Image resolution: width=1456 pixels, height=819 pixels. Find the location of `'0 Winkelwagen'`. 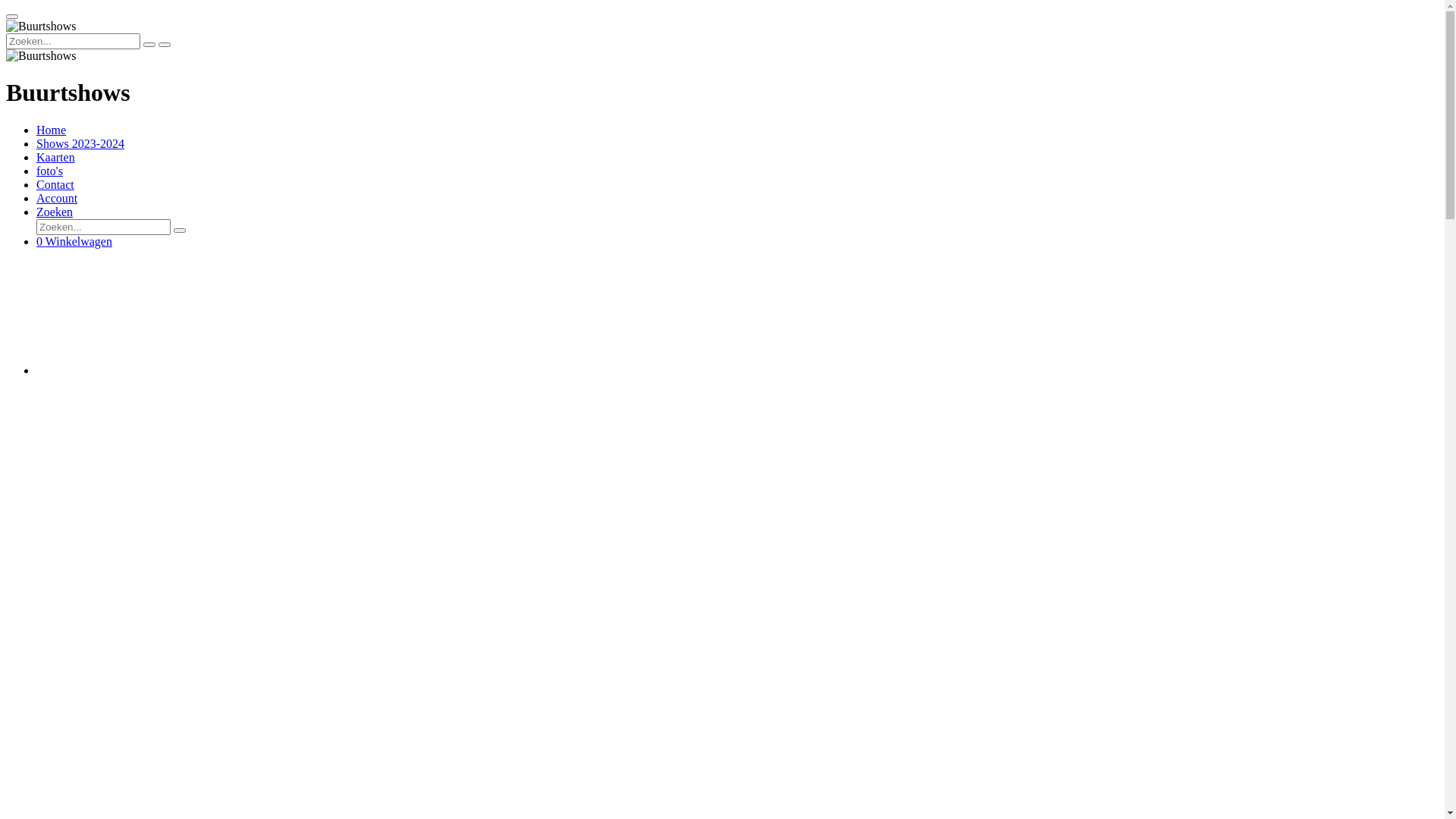

'0 Winkelwagen' is located at coordinates (73, 240).